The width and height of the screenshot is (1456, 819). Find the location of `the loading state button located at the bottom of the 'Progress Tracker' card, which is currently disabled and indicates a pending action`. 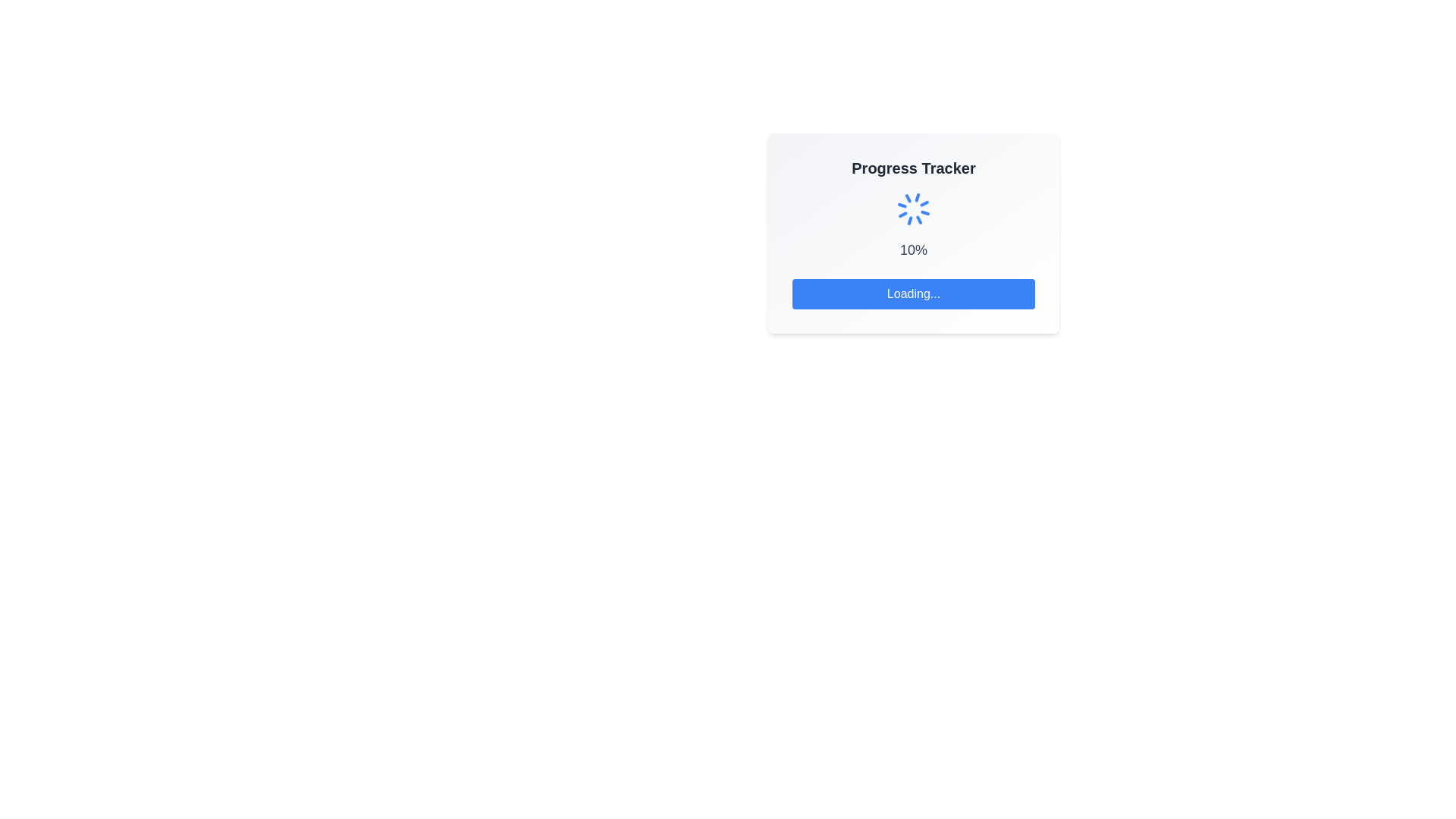

the loading state button located at the bottom of the 'Progress Tracker' card, which is currently disabled and indicates a pending action is located at coordinates (912, 294).